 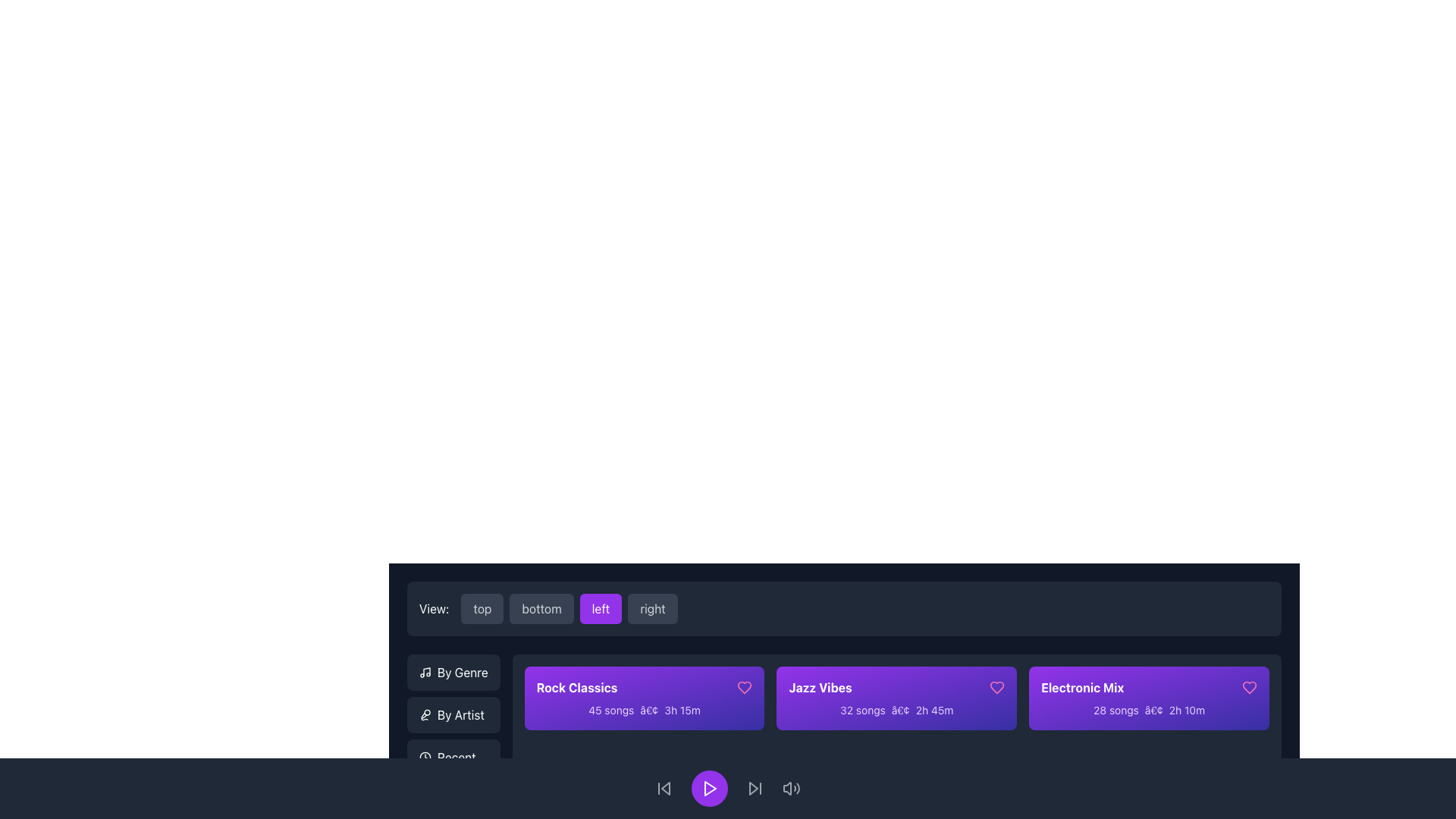 What do you see at coordinates (753, 788) in the screenshot?
I see `the arrow-shaped vector graphic icon, which is styled with a thin stroke and no fill, located within a circular button in the bottom control panel of the application interface` at bounding box center [753, 788].